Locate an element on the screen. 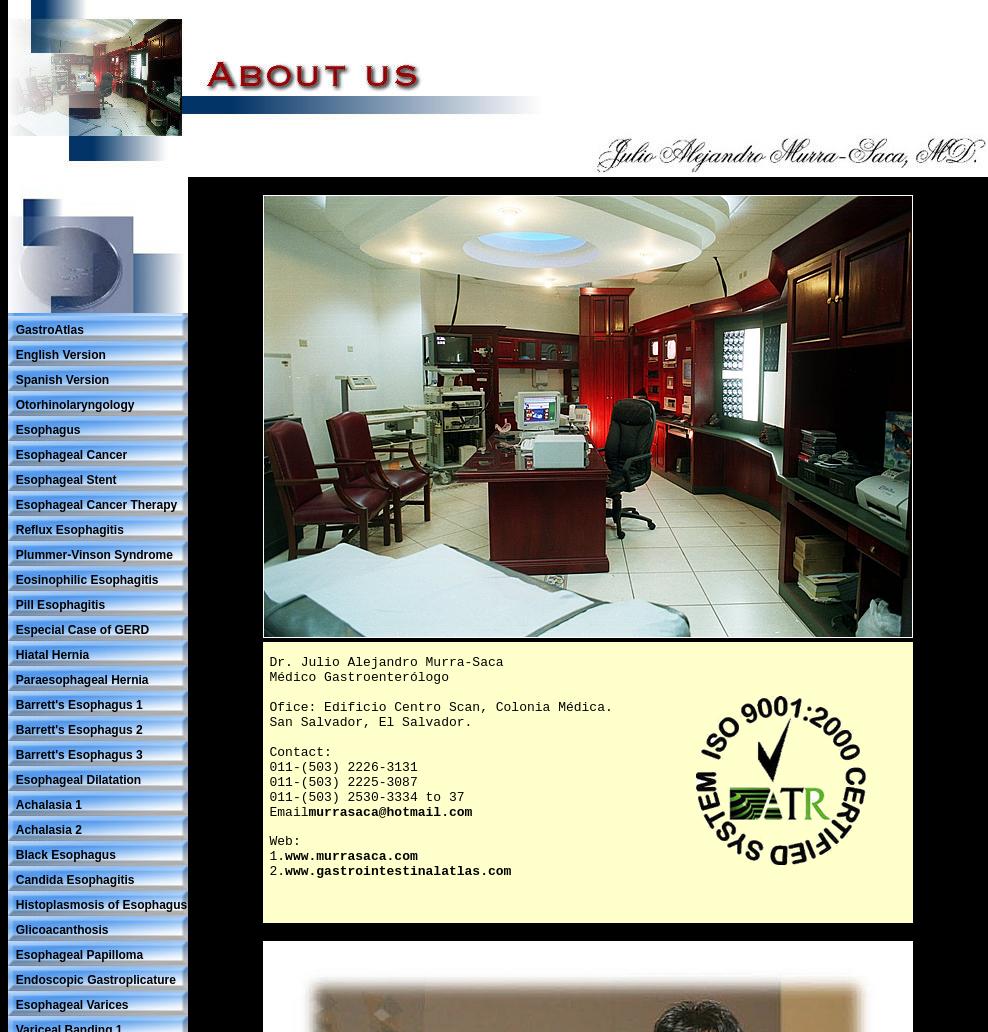 The image size is (988, 1032). 'Black Esophagus' is located at coordinates (65, 853).